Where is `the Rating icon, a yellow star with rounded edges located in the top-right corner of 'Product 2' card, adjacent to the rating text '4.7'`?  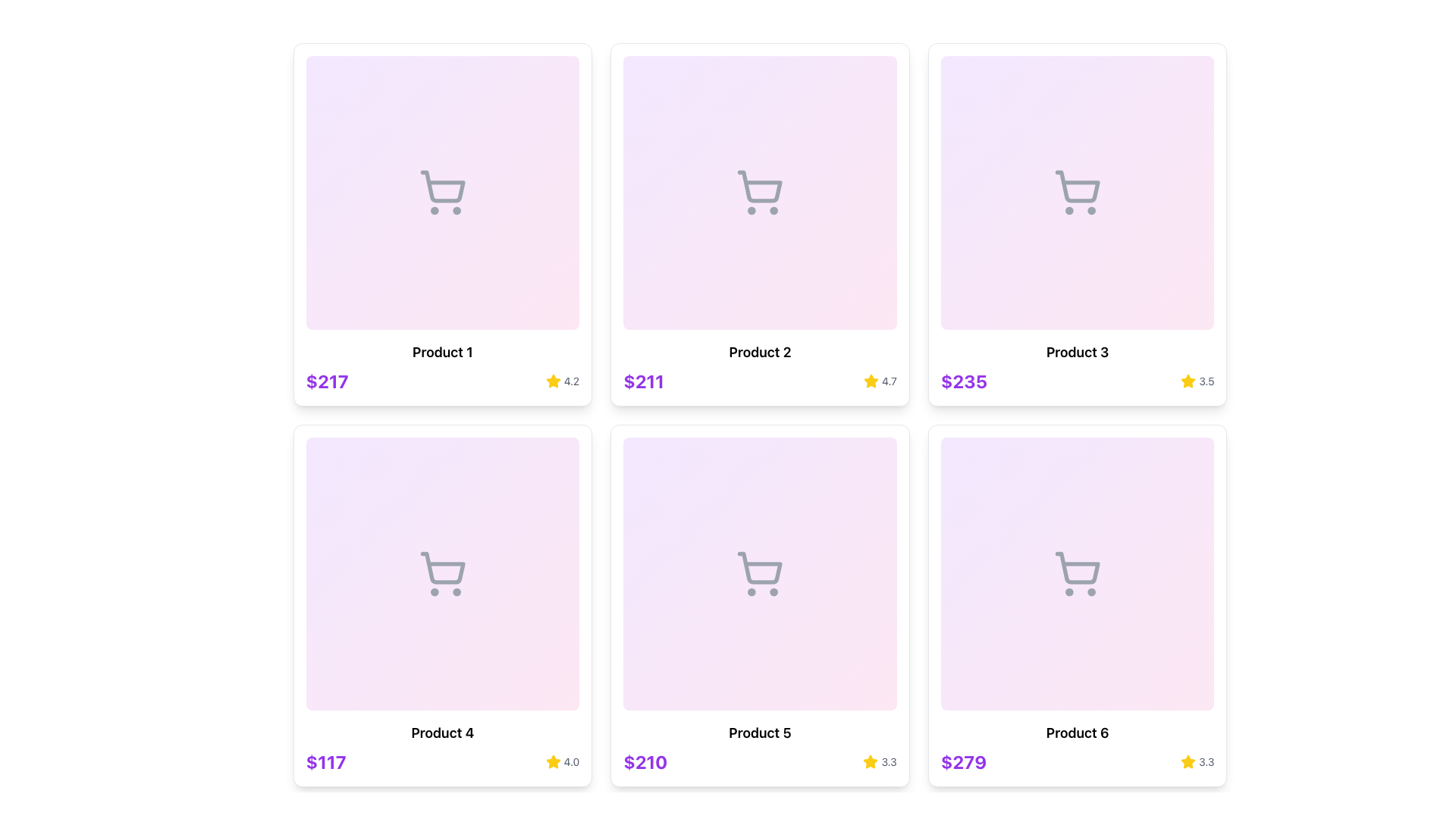
the Rating icon, a yellow star with rounded edges located in the top-right corner of 'Product 2' card, adjacent to the rating text '4.7' is located at coordinates (552, 380).